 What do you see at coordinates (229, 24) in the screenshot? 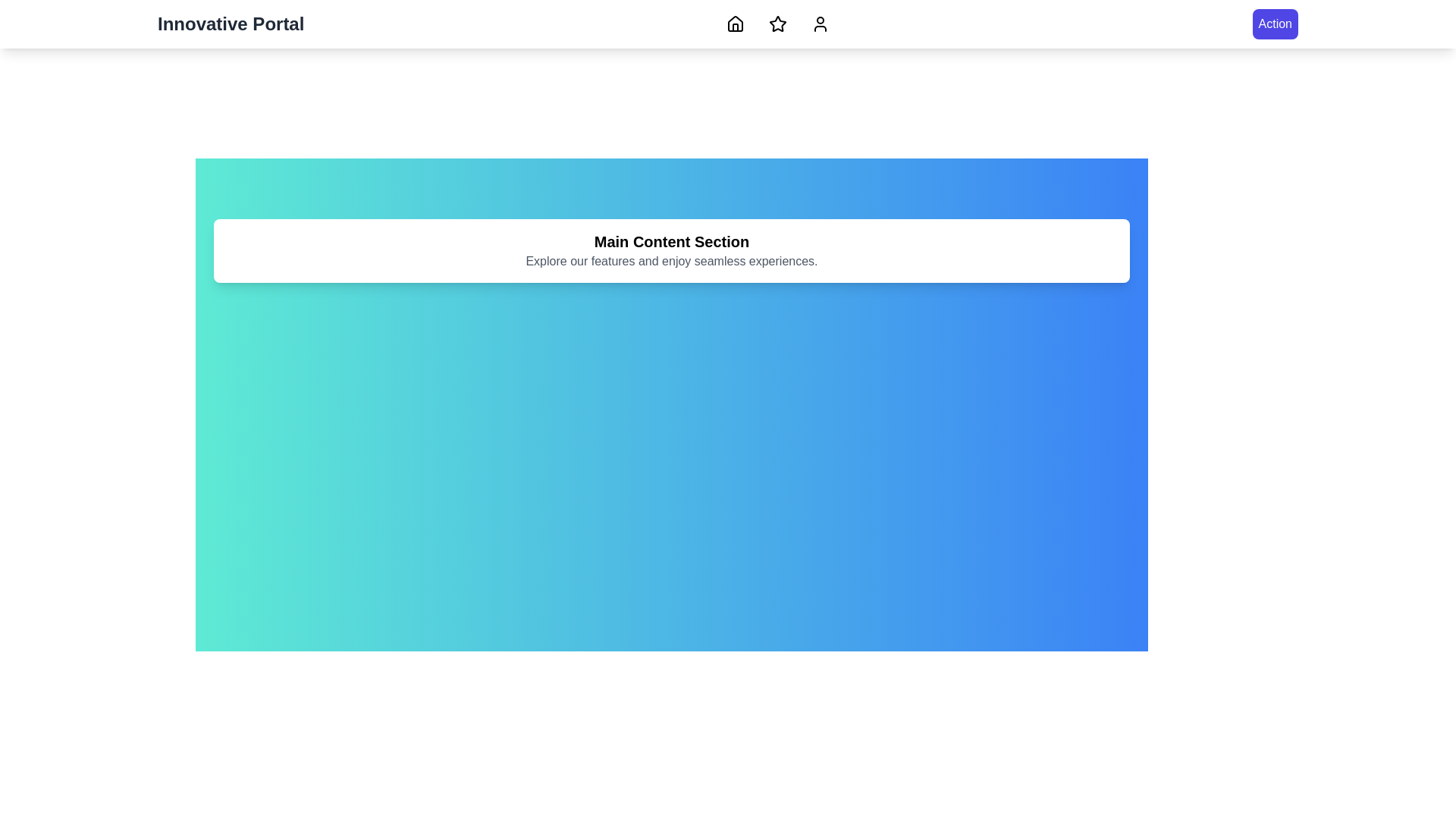
I see `the title text 'Innovative Portal'` at bounding box center [229, 24].